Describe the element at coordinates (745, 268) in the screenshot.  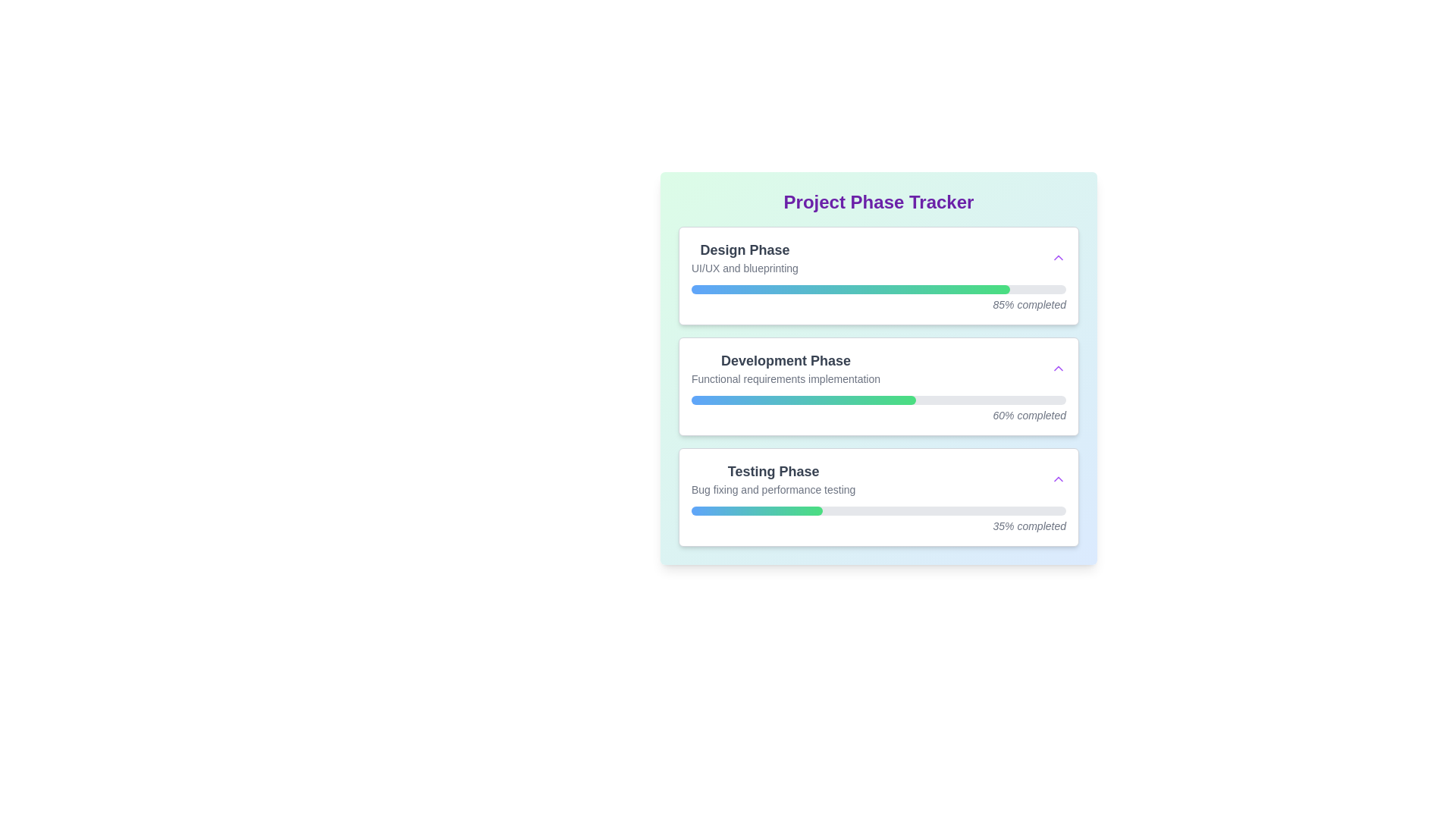
I see `text label 'UI/UX and blueprinting' located below the 'Design Phase' heading in the top-left section of the interface` at that location.